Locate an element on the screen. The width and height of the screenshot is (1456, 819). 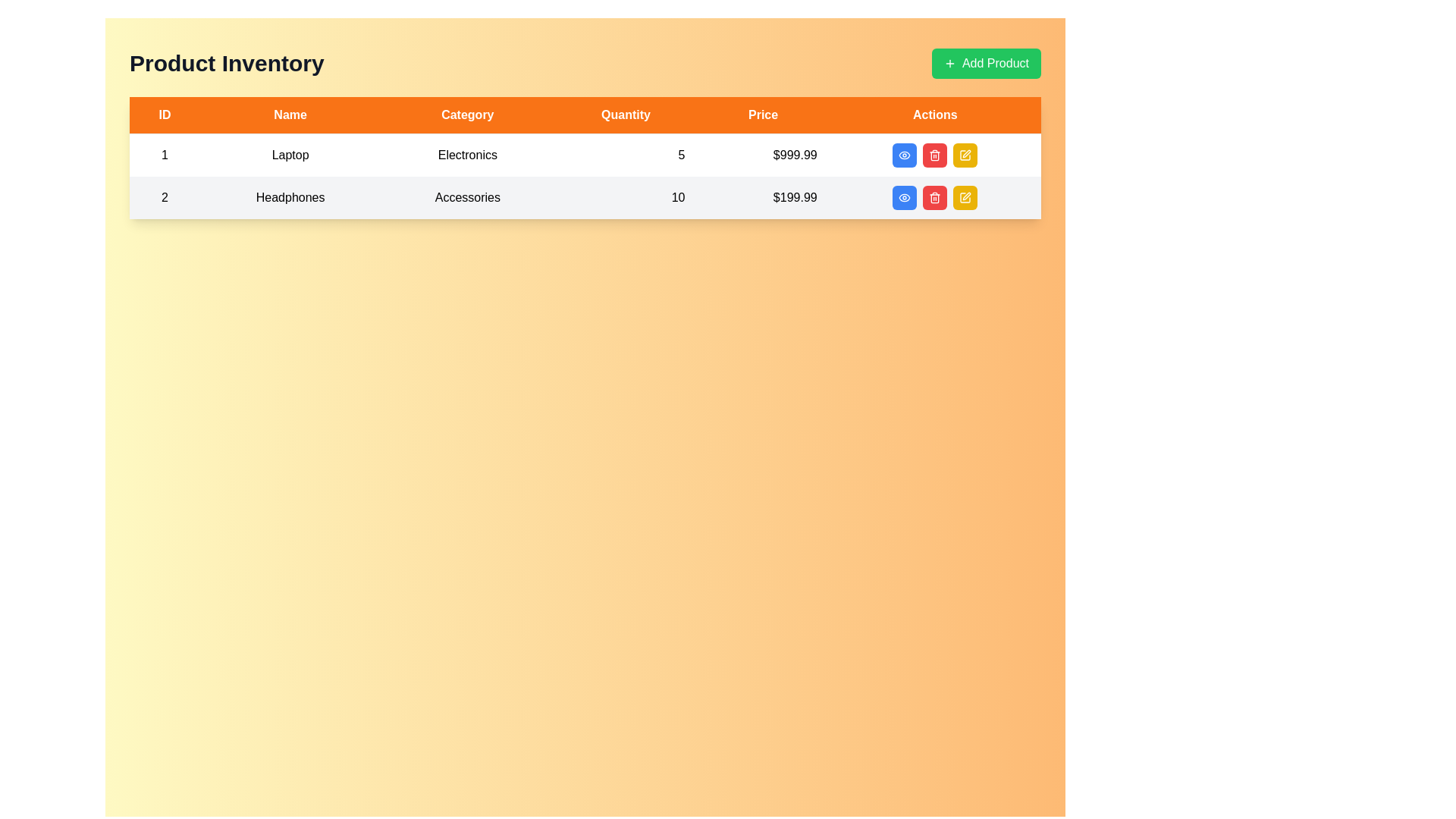
the yellow pencil icon button in the Actions column of the table is located at coordinates (965, 197).